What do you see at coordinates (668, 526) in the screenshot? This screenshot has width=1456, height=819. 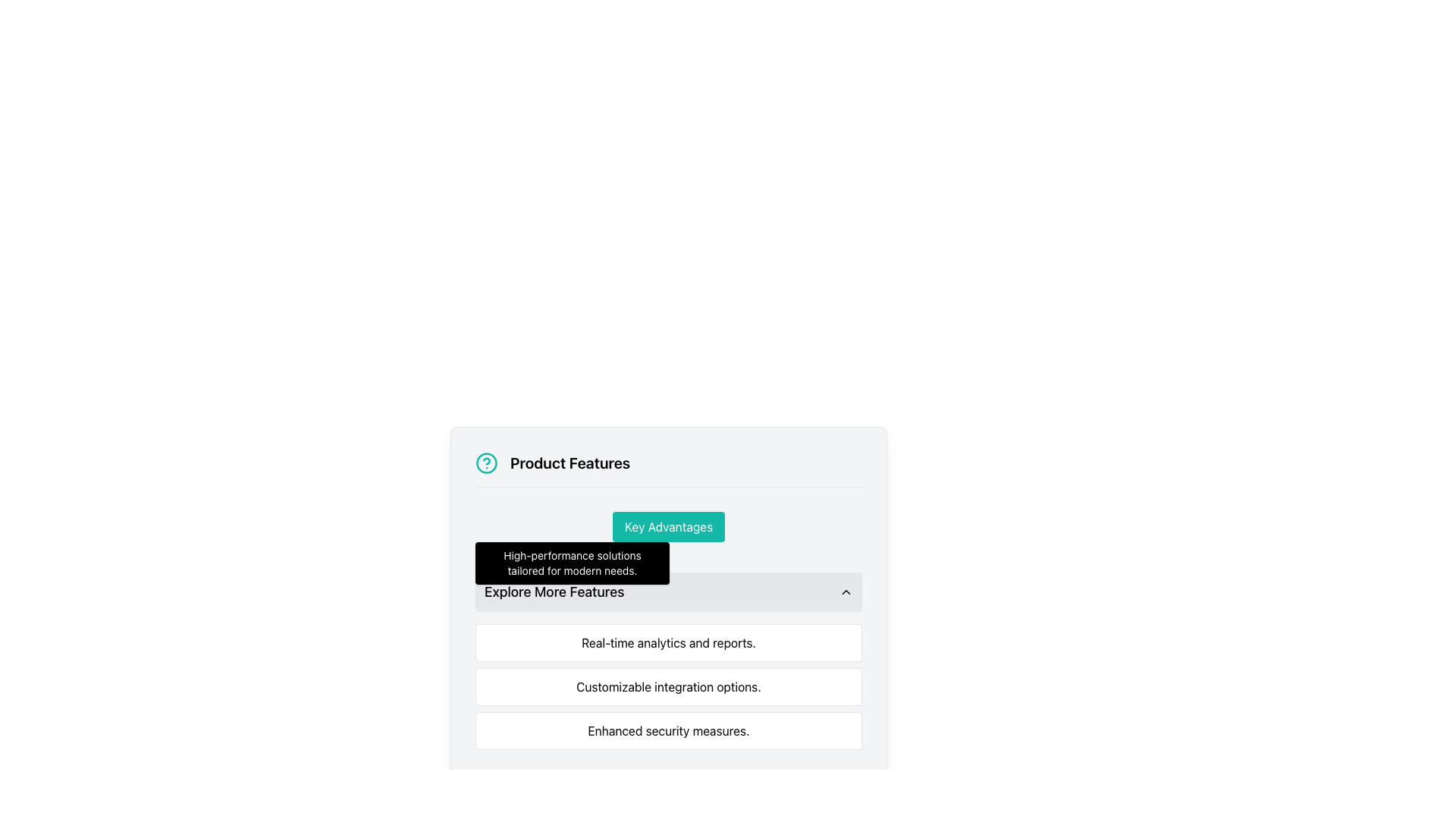 I see `the 'Key Advantages' button with a teal background located within the 'Product Features' section to trigger the hover effect` at bounding box center [668, 526].